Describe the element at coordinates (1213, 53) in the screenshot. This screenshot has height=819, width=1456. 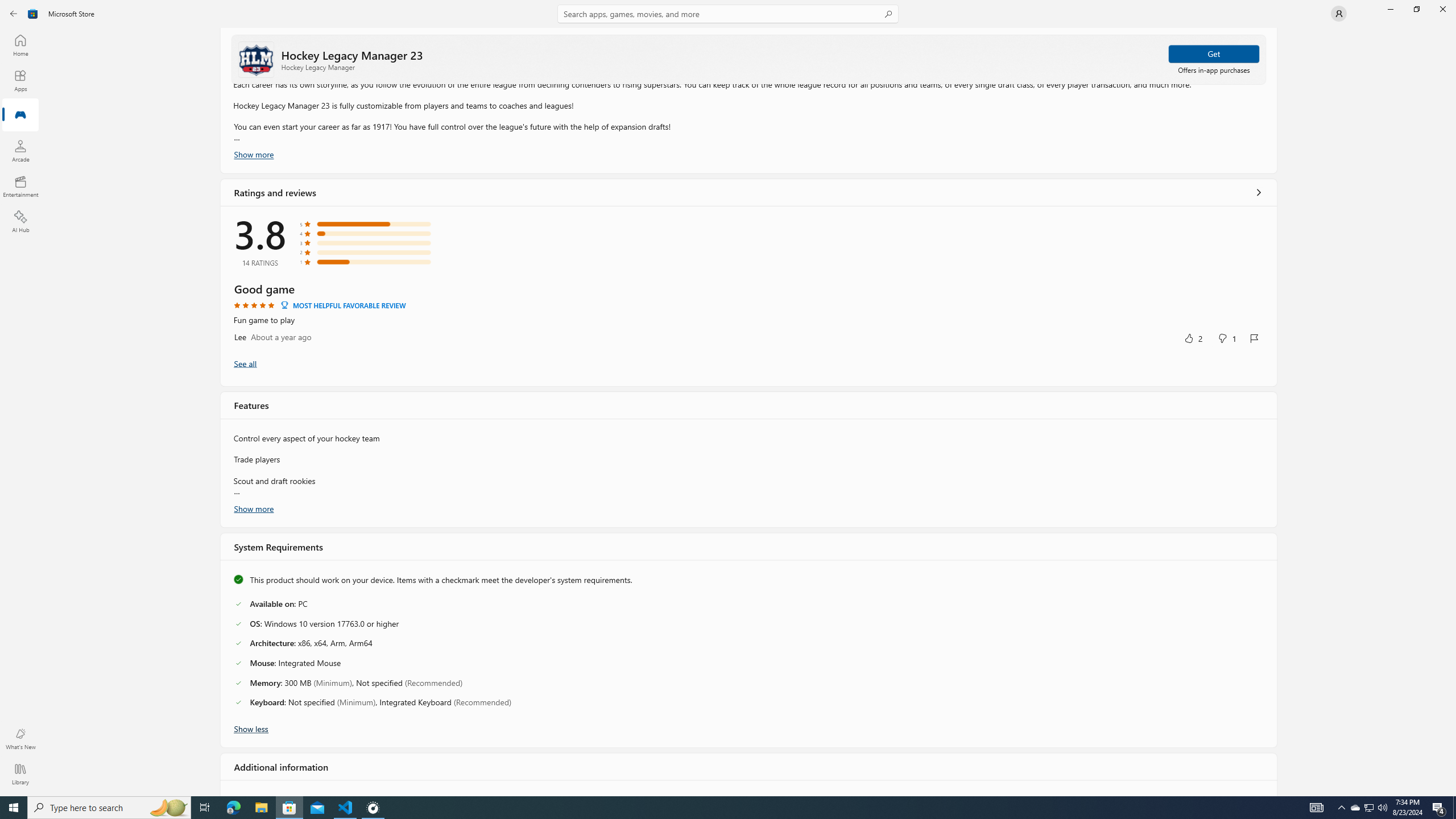
I see `'Get'` at that location.